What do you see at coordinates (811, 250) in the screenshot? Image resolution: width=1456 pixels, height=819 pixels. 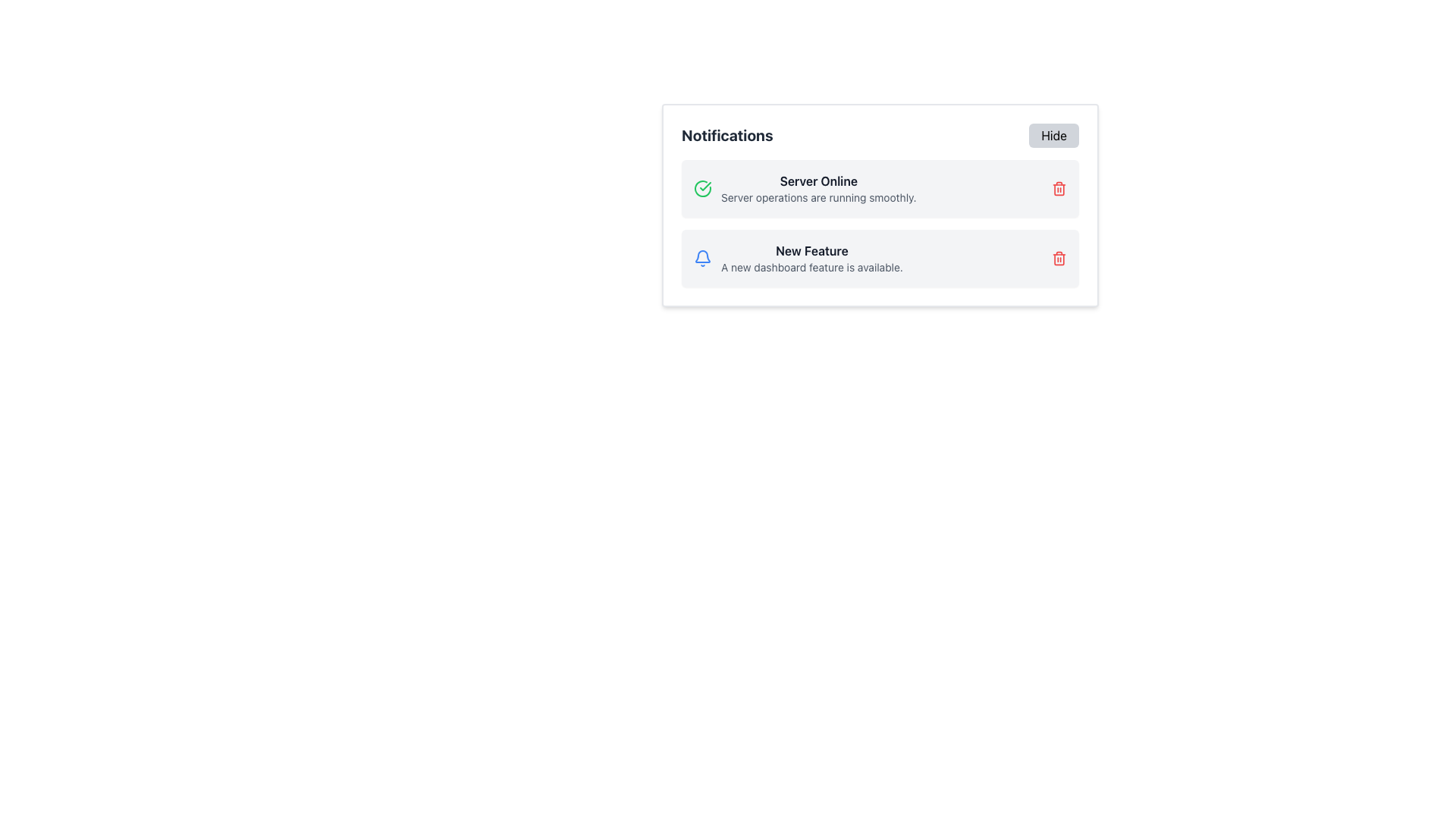 I see `text content of the 'New Feature' label, which is displayed in bold, dark gray font on a light gray notification card` at bounding box center [811, 250].